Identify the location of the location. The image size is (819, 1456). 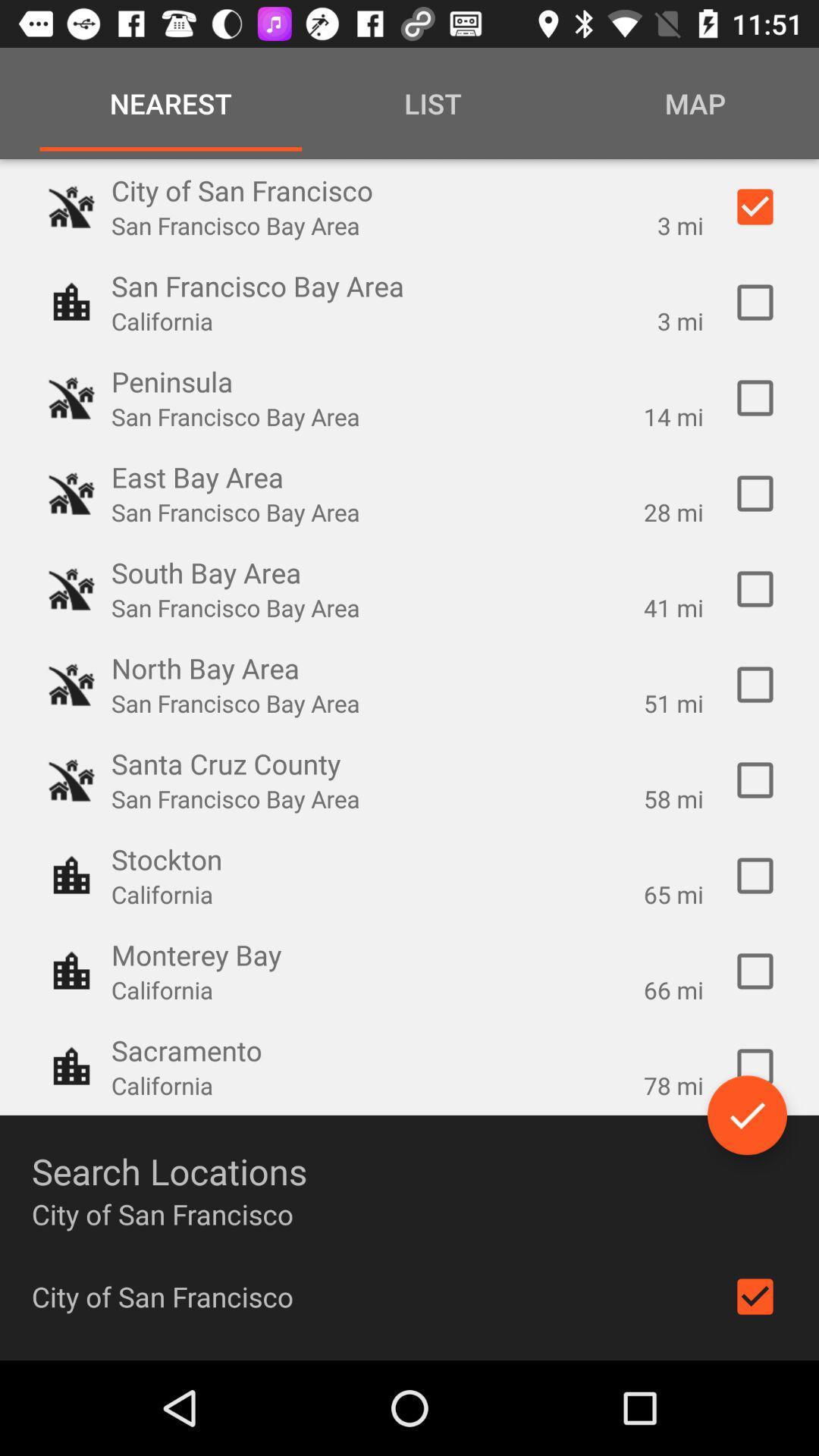
(755, 971).